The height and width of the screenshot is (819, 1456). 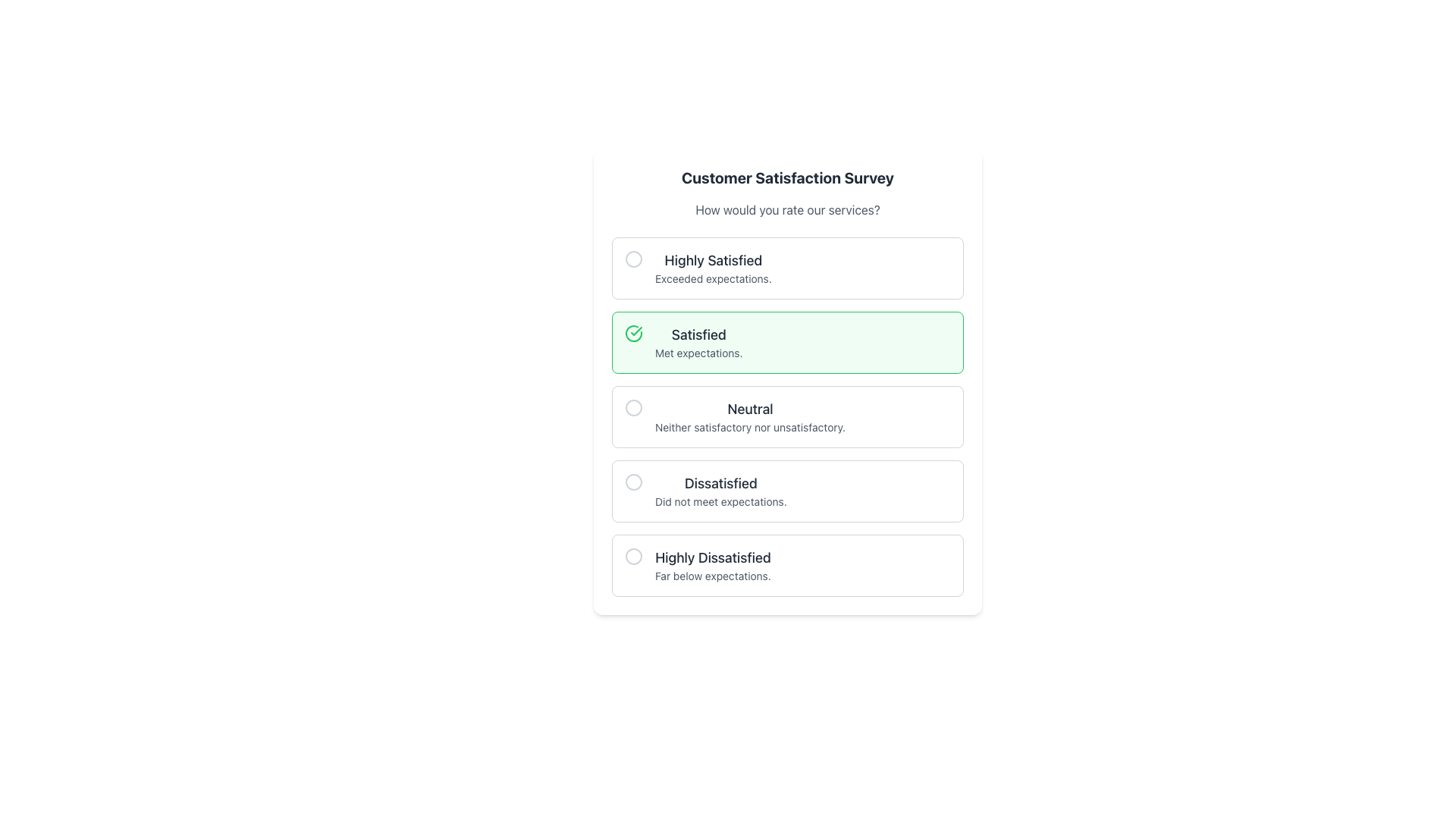 I want to click on the circular radio button icon with a gray border and white center located to the left of the 'Neutral' label in the customer satisfaction survey, so click(x=633, y=406).